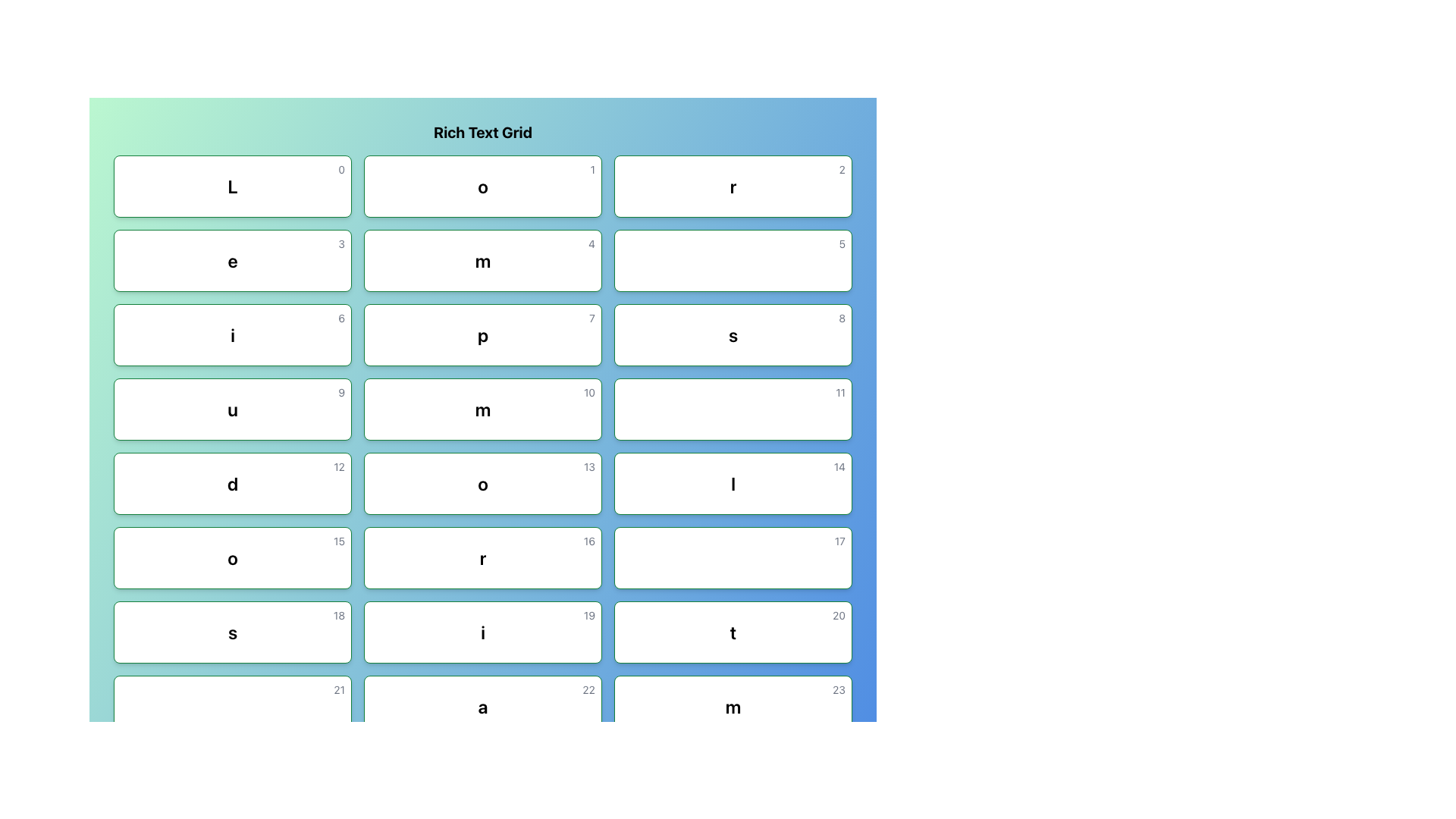 The width and height of the screenshot is (1456, 819). Describe the element at coordinates (232, 409) in the screenshot. I see `the text label displaying the character 'u' in bold and enlarged font, located in the top-left of a card with a green outline` at that location.